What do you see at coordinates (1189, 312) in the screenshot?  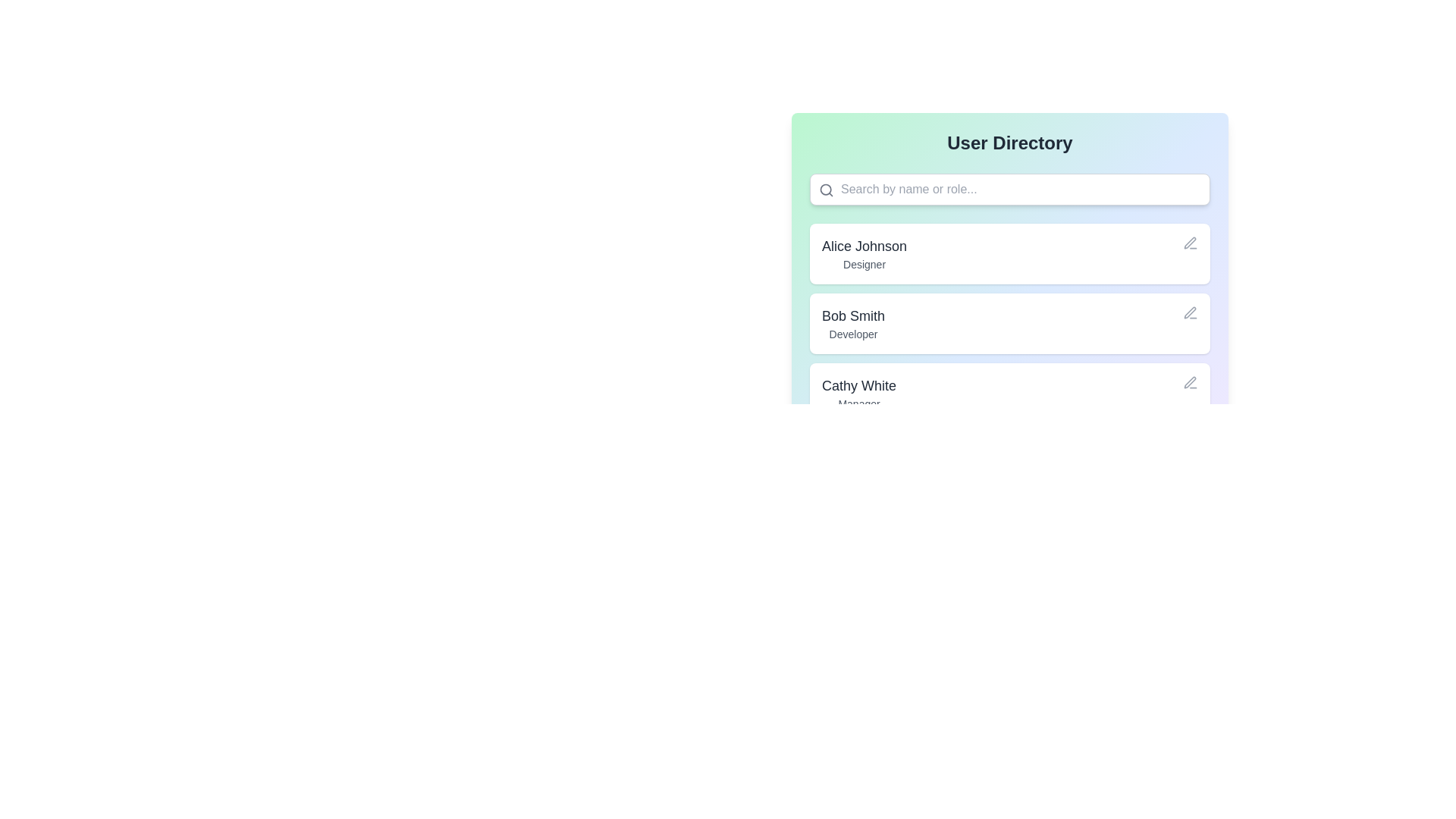 I see `the small gray pen icon located at the right end of the 'Bob Smith, Developer' profile box to perceive feedback` at bounding box center [1189, 312].